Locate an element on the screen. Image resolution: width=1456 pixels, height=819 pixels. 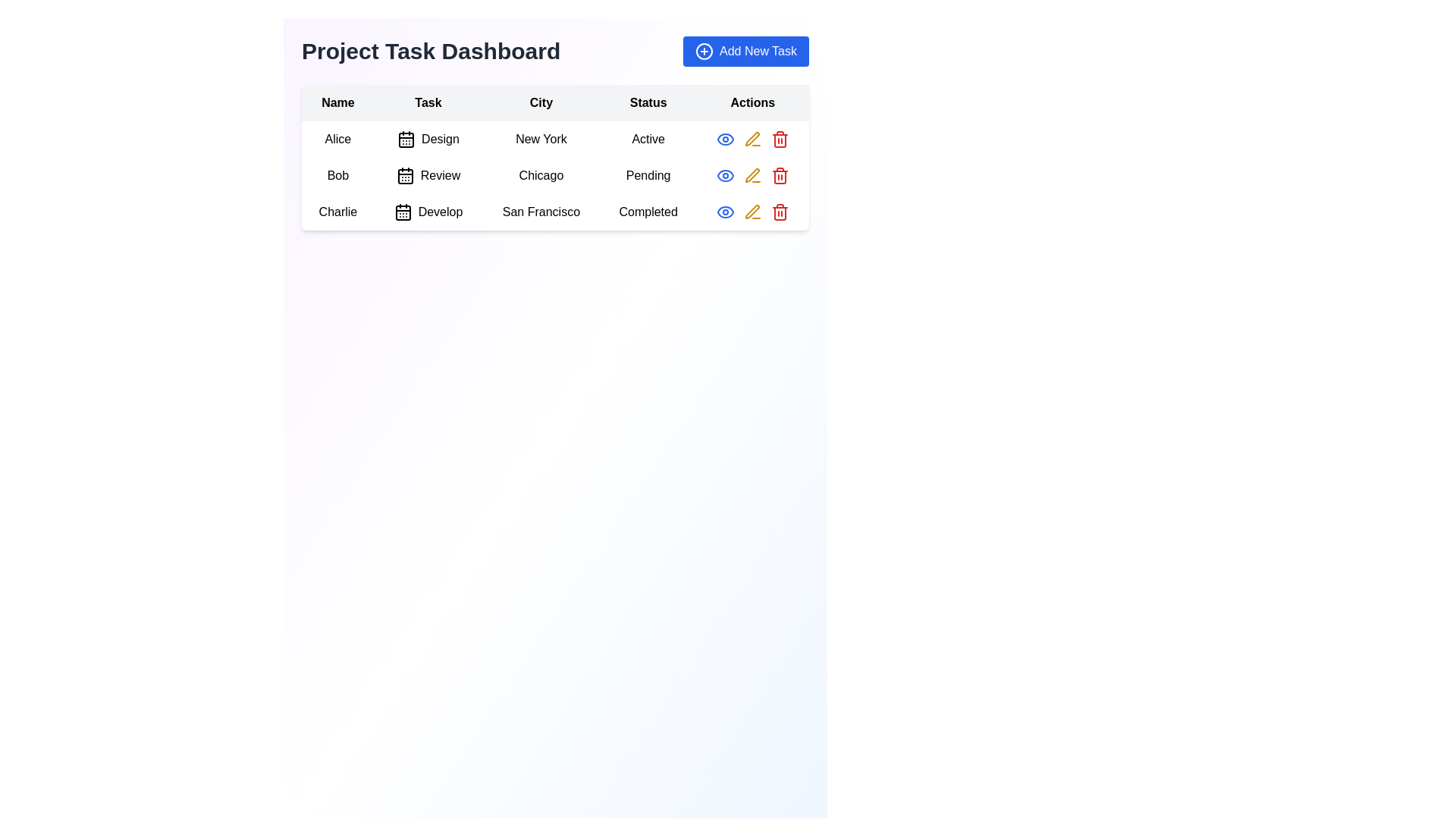
the 'Actions' label, which is styled with bold black text and centered in a light gray rectangular box, positioned in the fifth column of the header row in a table layout is located at coordinates (752, 102).